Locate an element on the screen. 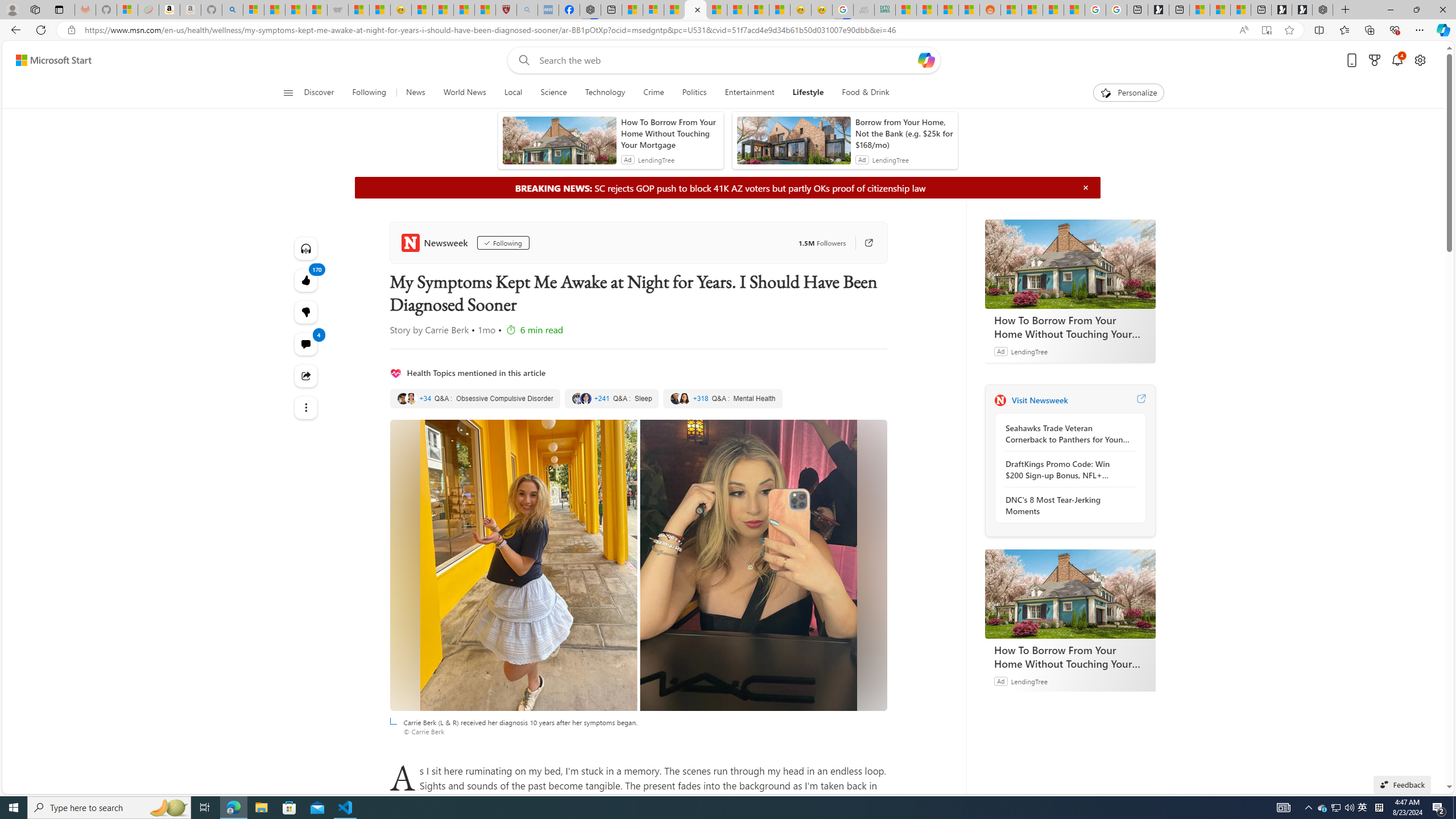 The width and height of the screenshot is (1456, 819). '170' is located at coordinates (305, 312).